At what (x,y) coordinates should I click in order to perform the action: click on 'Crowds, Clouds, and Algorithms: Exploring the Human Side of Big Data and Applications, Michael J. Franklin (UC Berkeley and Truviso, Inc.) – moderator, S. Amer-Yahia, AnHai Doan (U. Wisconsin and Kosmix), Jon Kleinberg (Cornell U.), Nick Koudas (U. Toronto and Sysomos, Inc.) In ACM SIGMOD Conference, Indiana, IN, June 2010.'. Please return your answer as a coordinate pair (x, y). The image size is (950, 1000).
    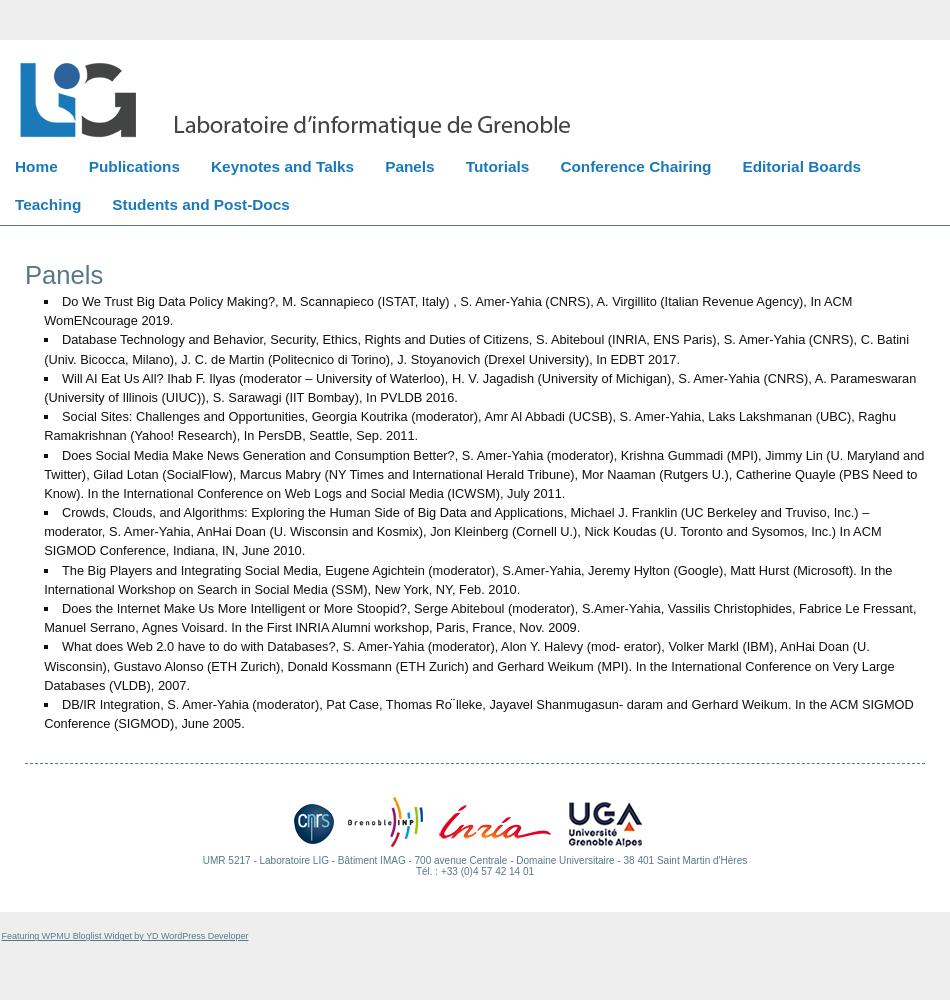
    Looking at the image, I should click on (43, 531).